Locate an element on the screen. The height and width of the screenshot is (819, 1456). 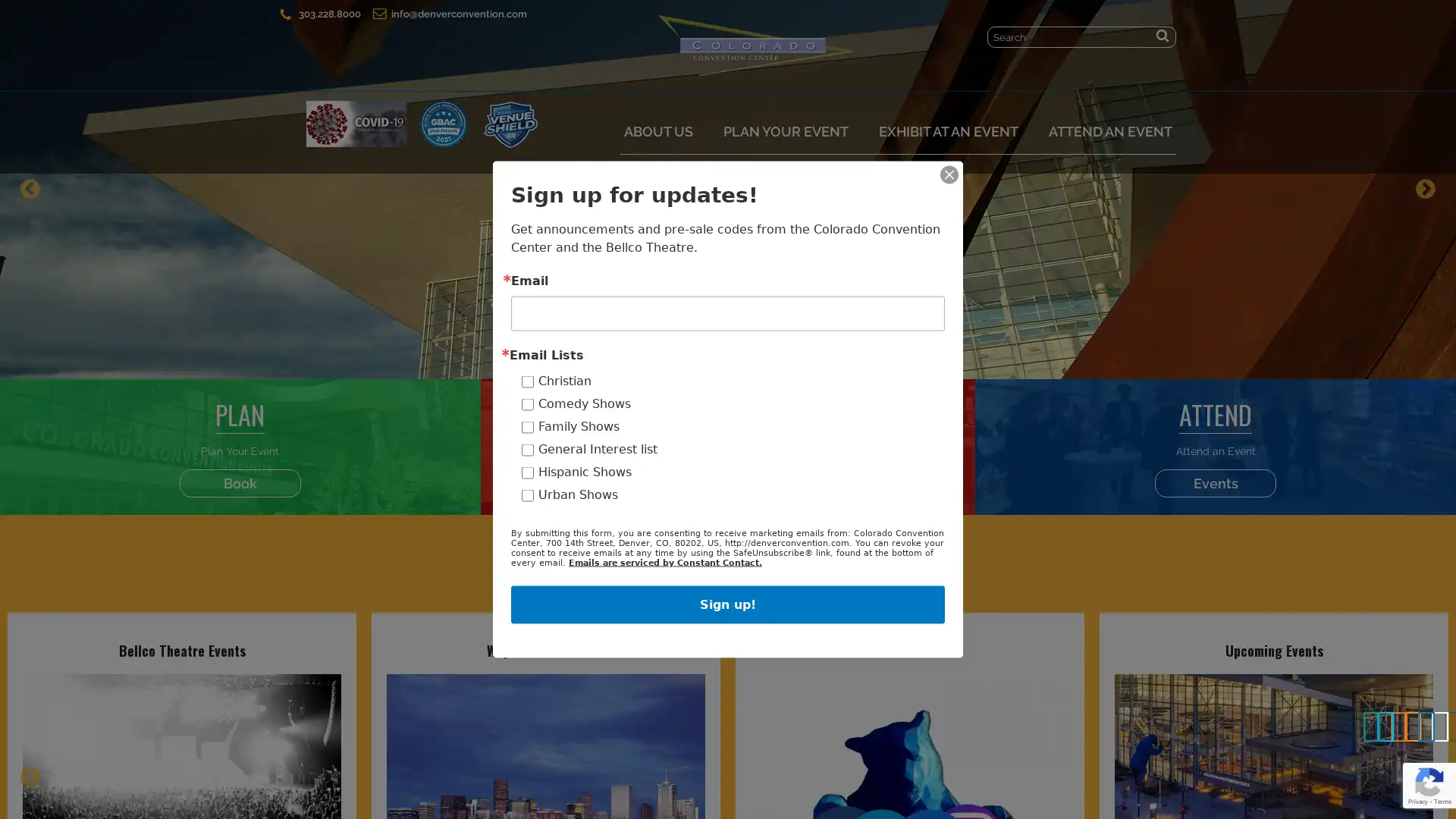
Submit is located at coordinates (1161, 34).